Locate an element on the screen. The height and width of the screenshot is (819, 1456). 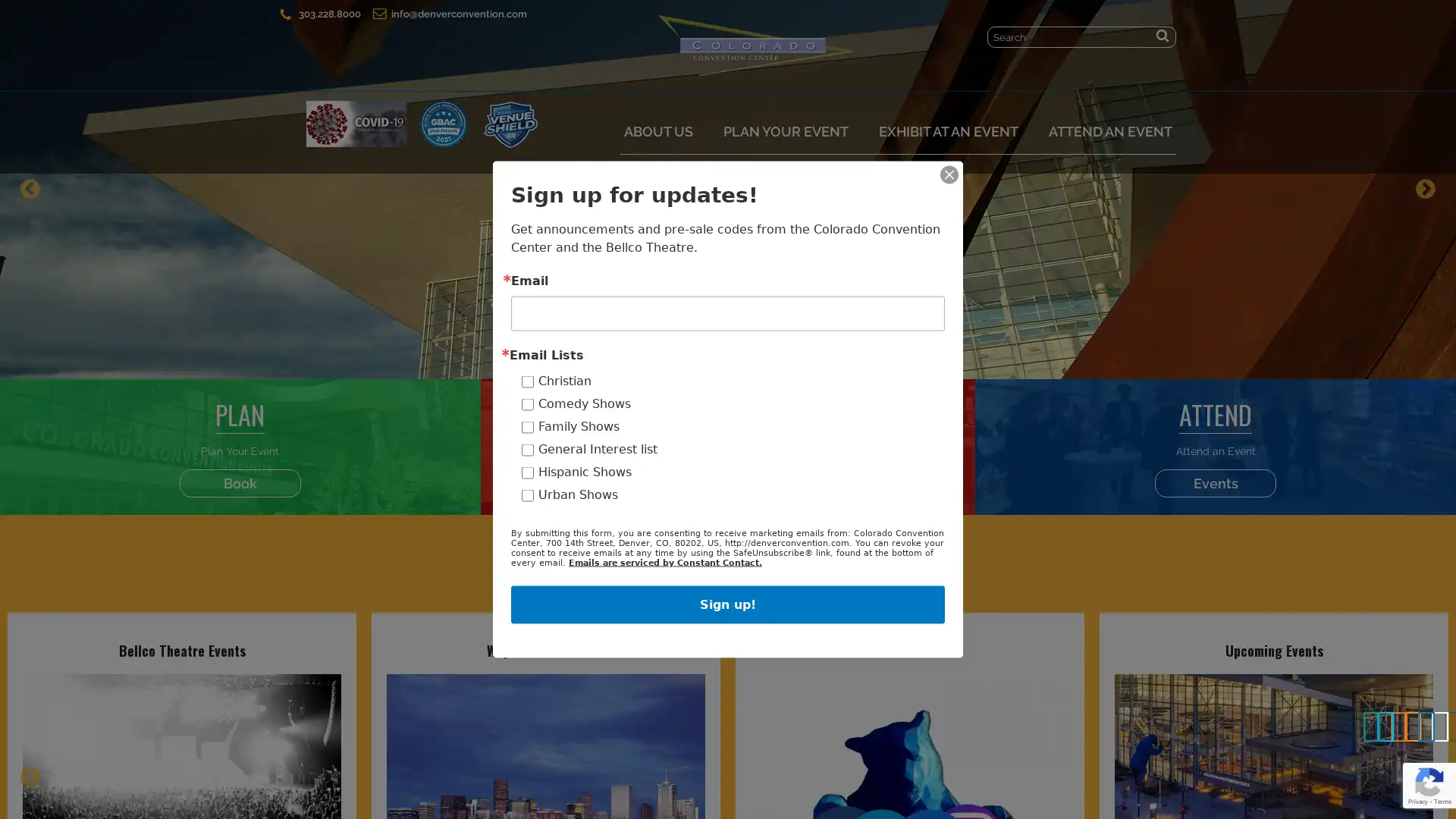
Submit is located at coordinates (1161, 34).